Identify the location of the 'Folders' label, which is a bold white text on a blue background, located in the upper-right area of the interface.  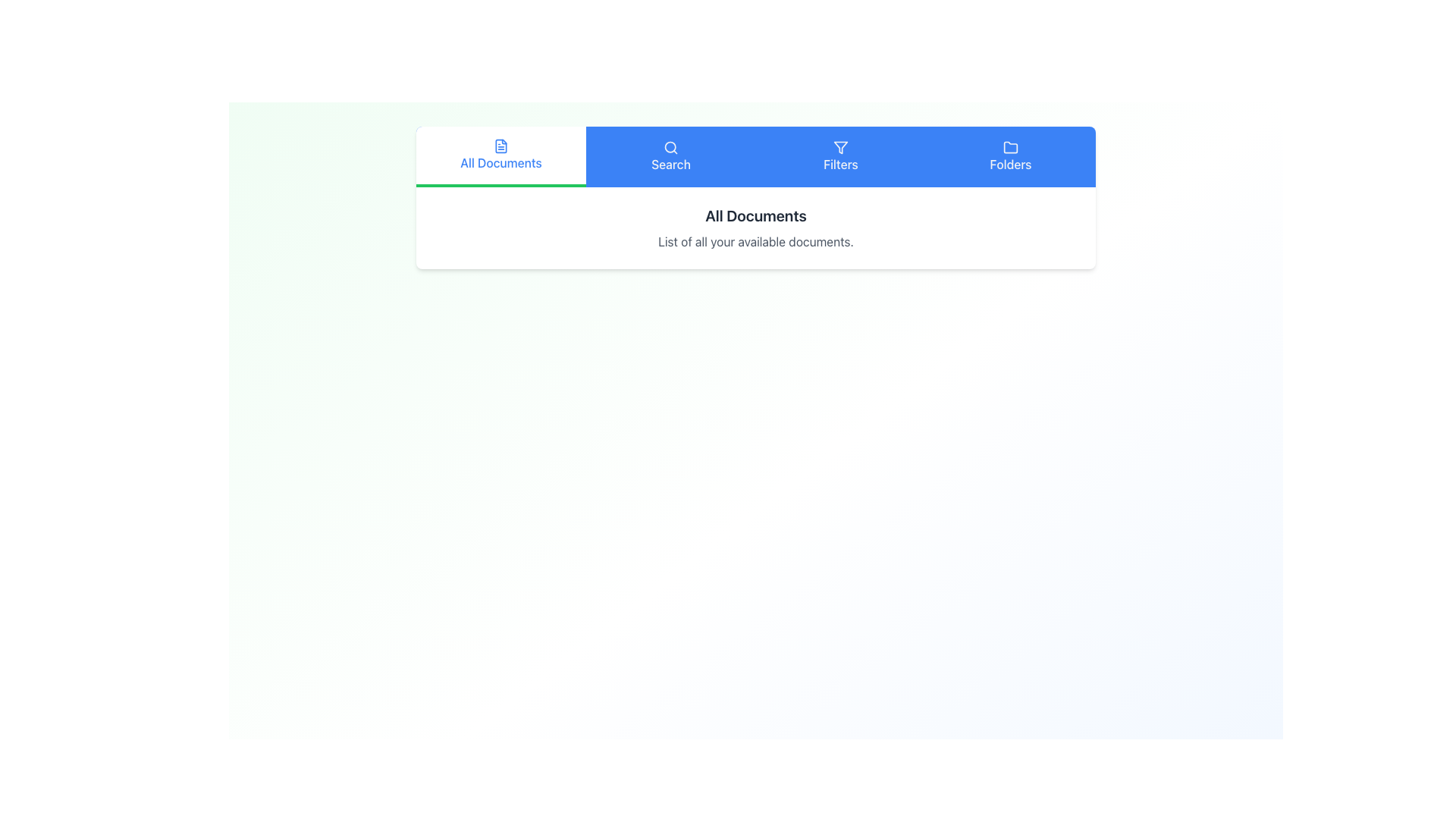
(1011, 164).